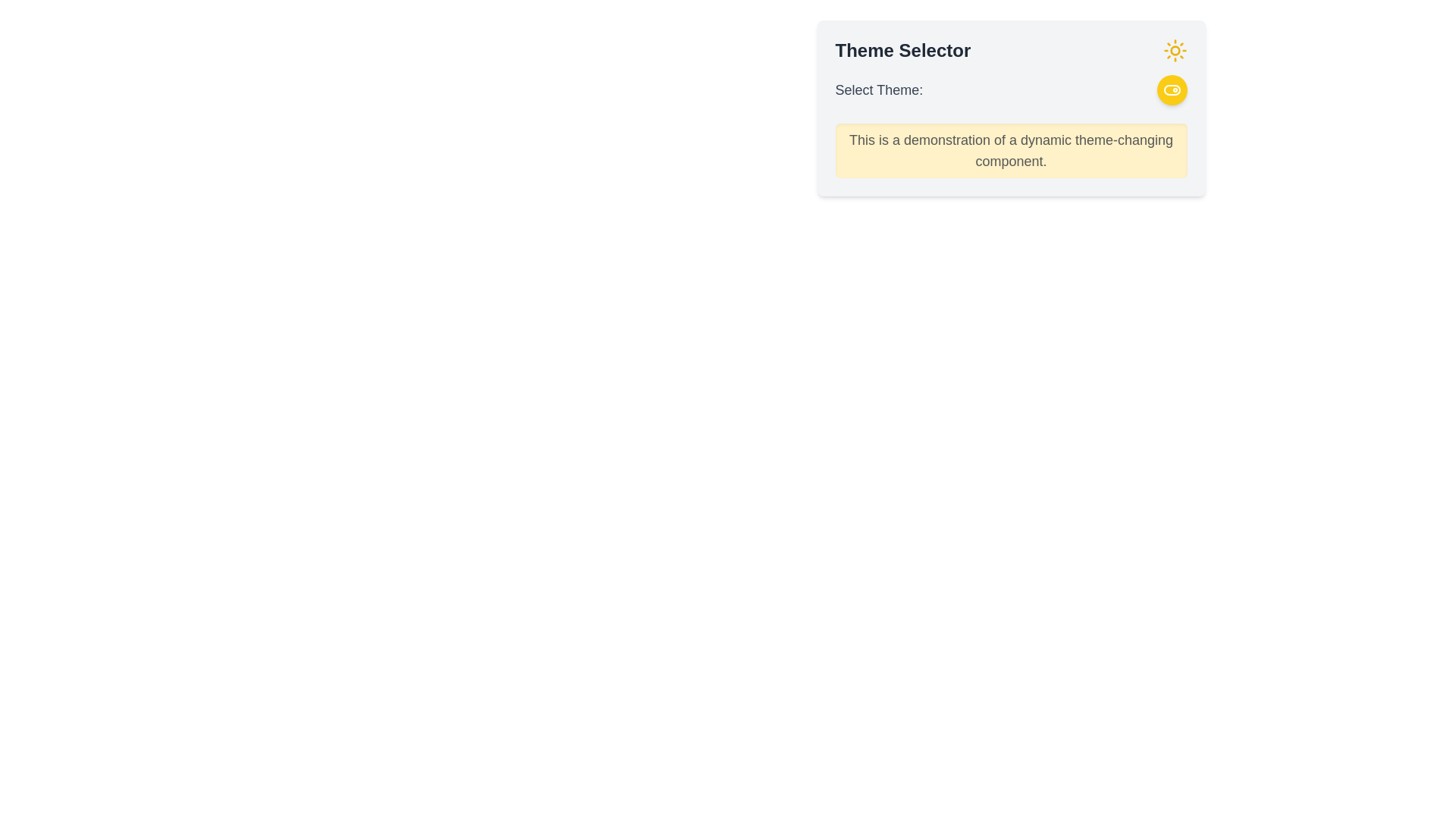 The image size is (1456, 819). Describe the element at coordinates (1011, 151) in the screenshot. I see `the Text display element that showcases the functionality of the dynamic theme-changing component, located in the 'Theme Selector' section with a light yellow background` at that location.